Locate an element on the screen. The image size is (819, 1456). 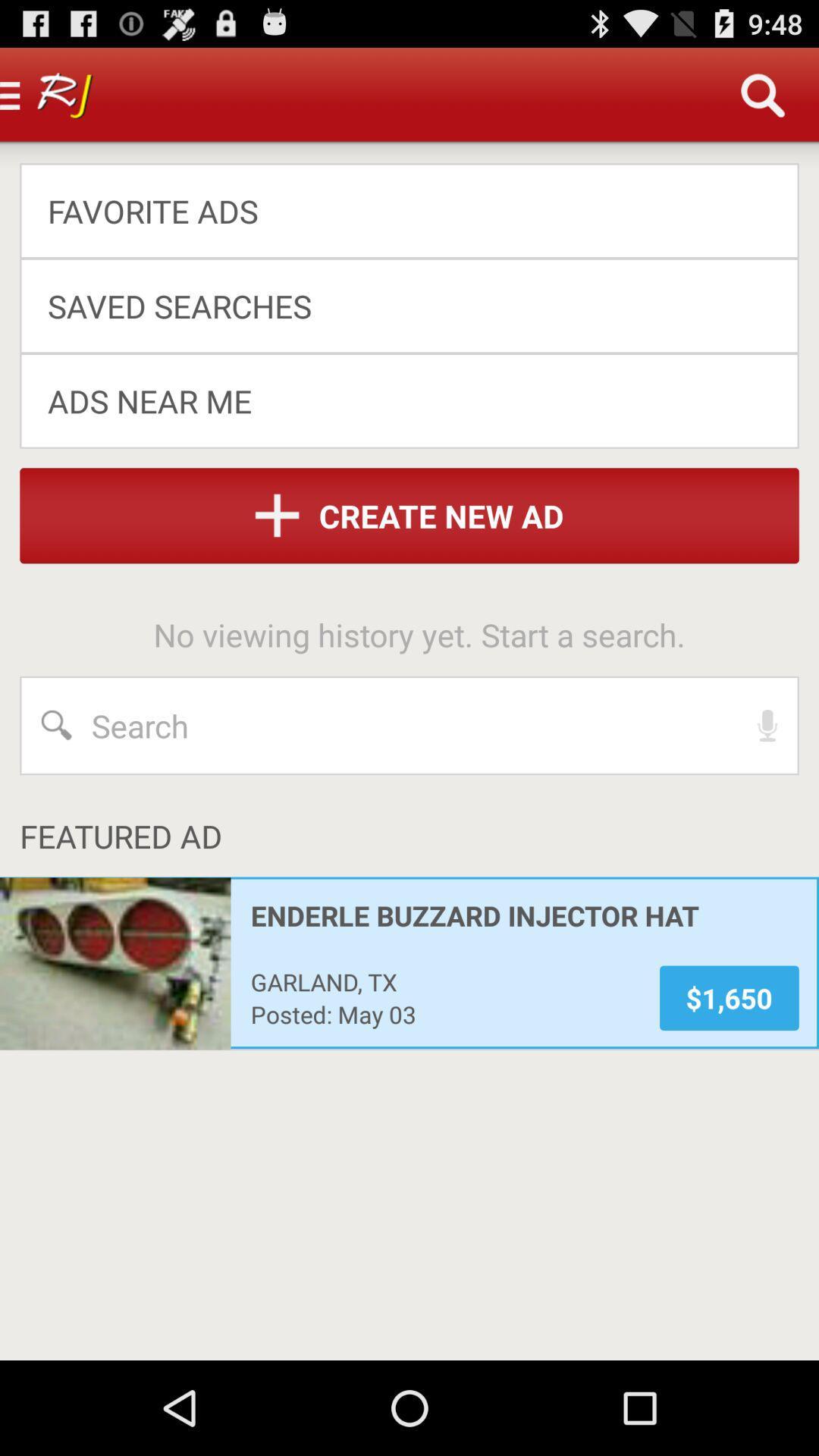
the posted: may 03 icon is located at coordinates (444, 1014).